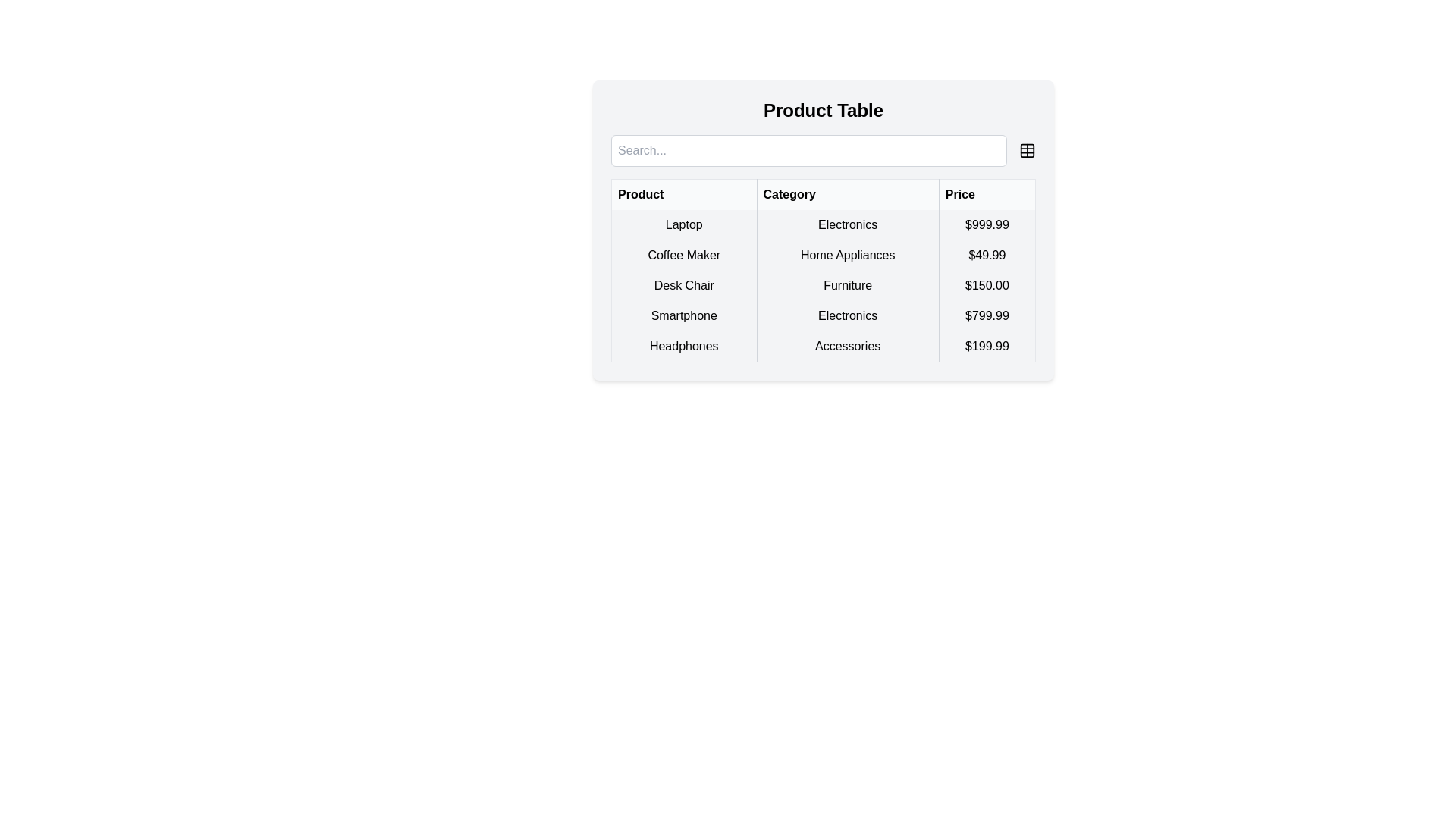  Describe the element at coordinates (987, 225) in the screenshot. I see `the Static Text element displaying the price '$999.99' in the Price column of the table row` at that location.